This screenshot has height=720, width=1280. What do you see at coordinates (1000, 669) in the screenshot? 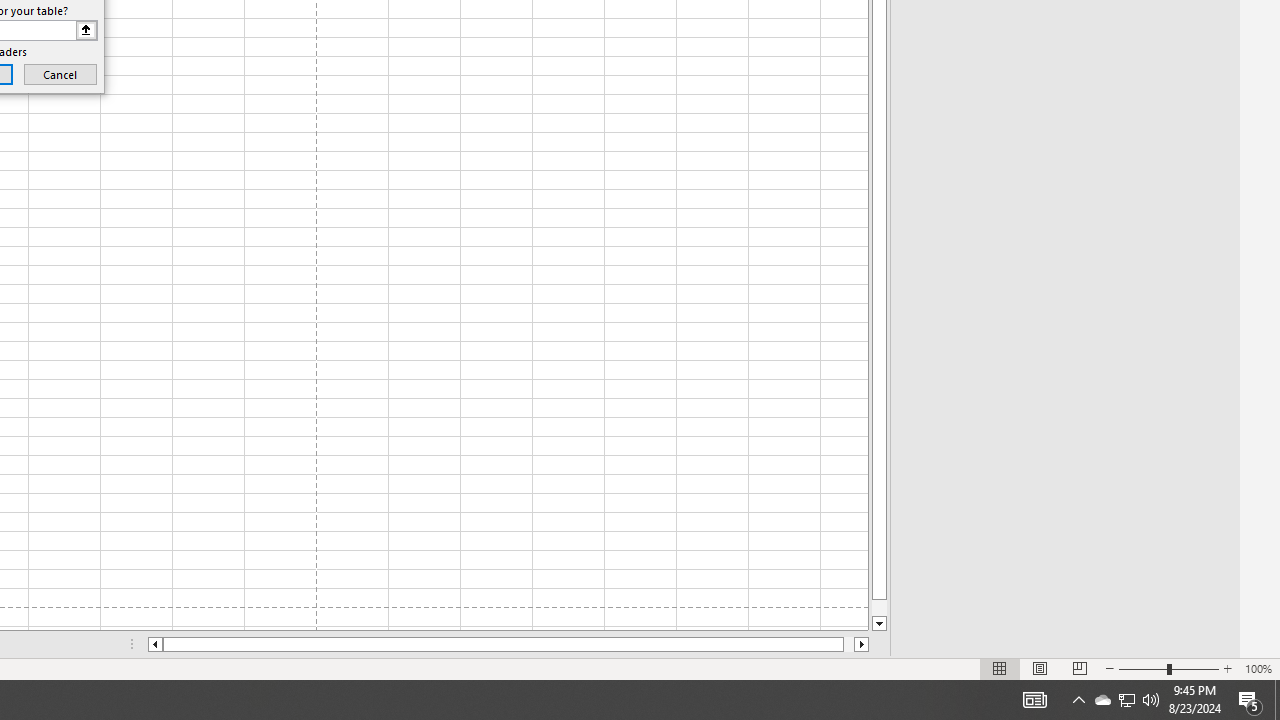
I see `'Normal'` at bounding box center [1000, 669].